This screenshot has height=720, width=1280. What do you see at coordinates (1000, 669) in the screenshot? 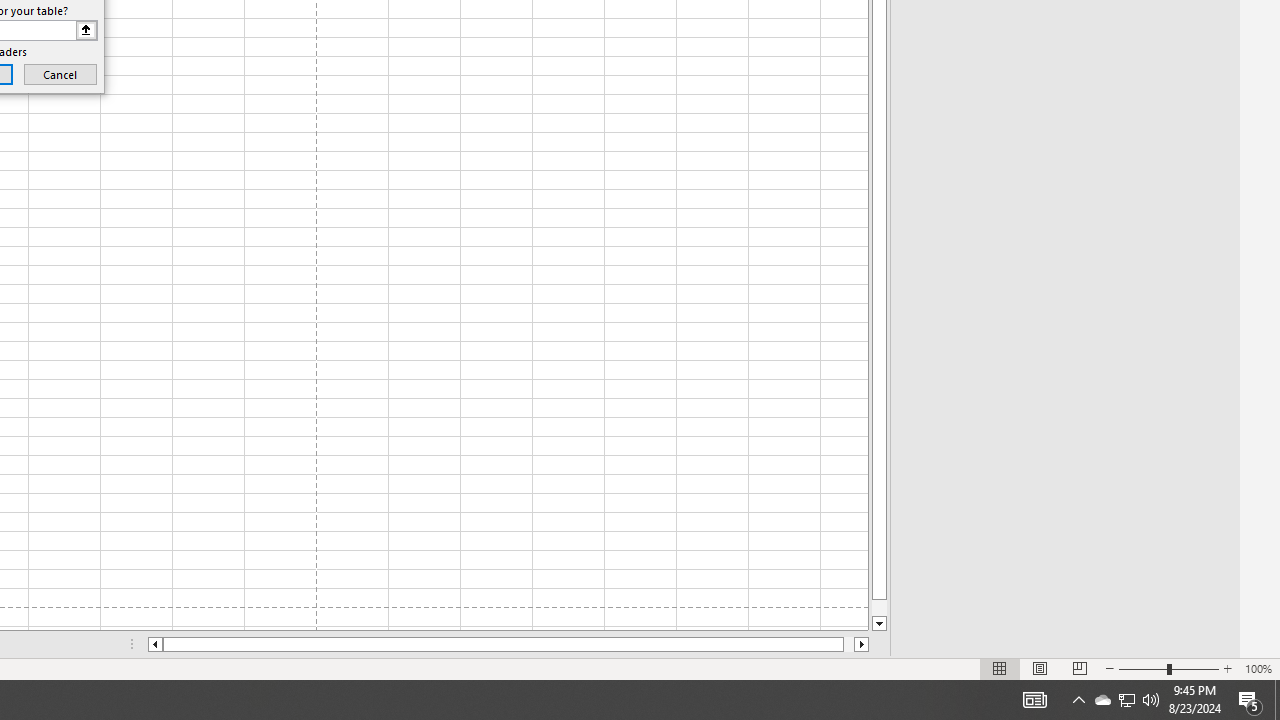
I see `'Normal'` at bounding box center [1000, 669].